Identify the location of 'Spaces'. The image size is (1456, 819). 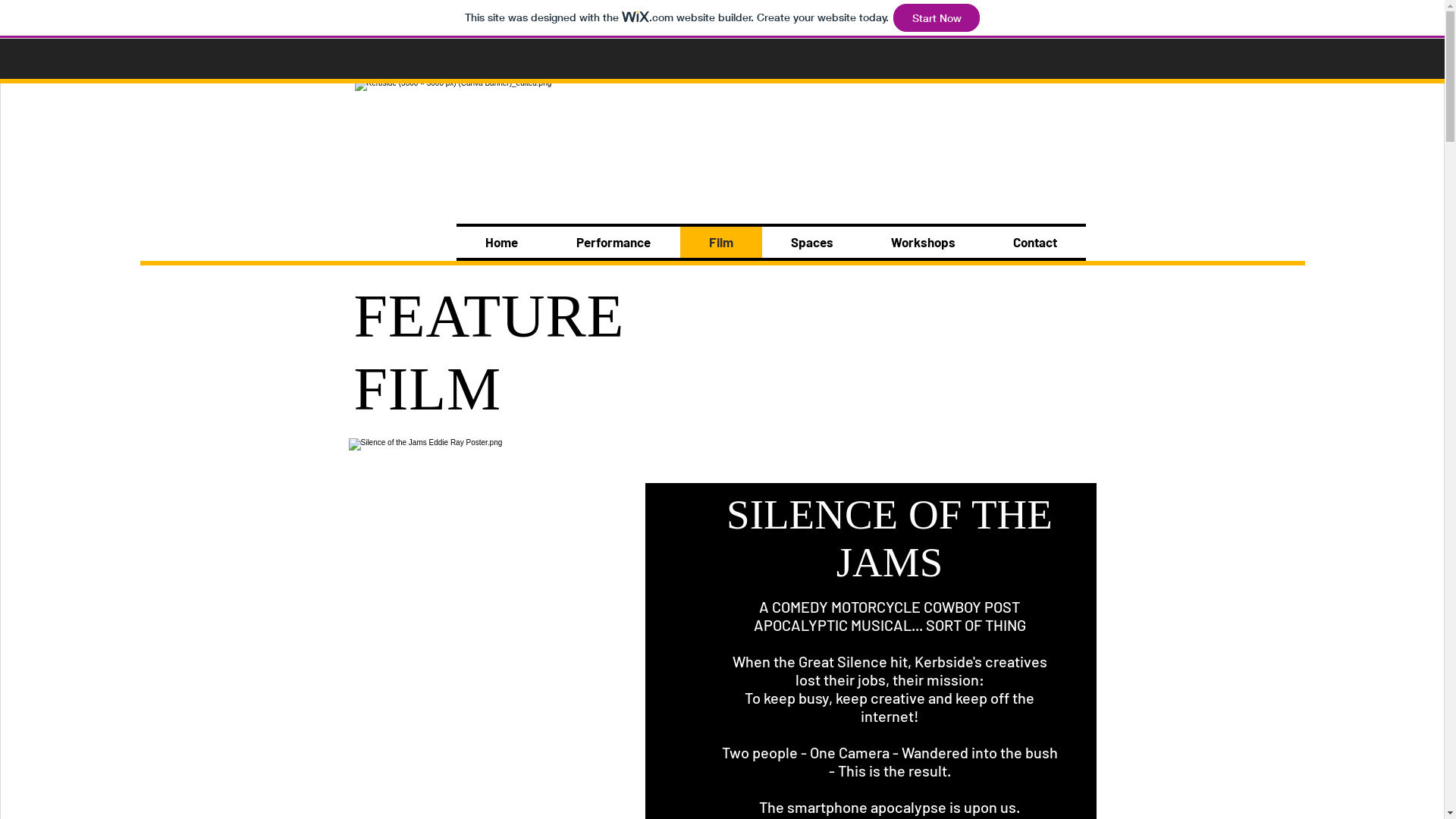
(811, 241).